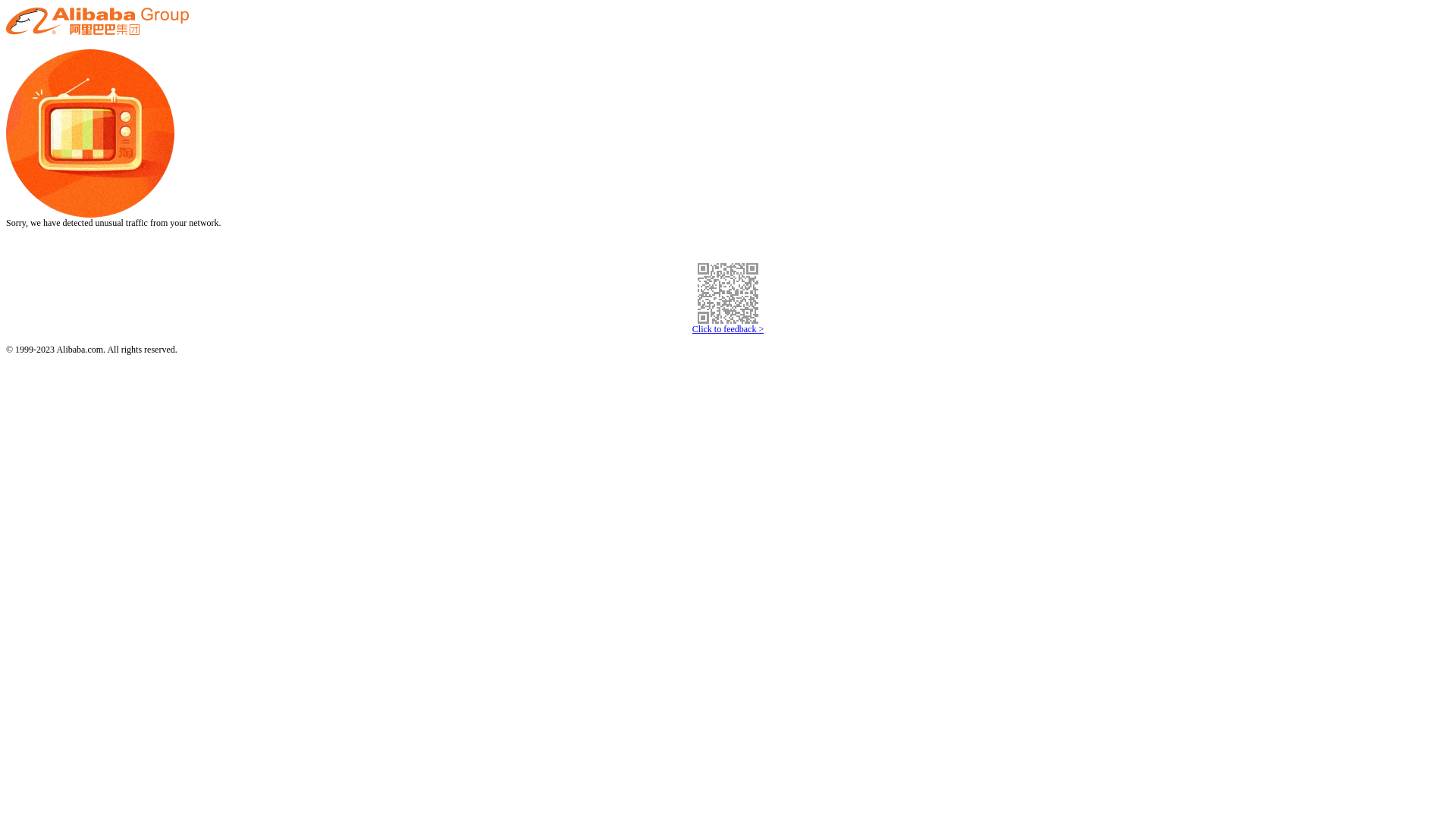 This screenshot has width=1456, height=819. I want to click on '9gKUFtMBv64fOrr-O5skVw|ZWIk5A|gqtLDQ_0', so click(728, 293).